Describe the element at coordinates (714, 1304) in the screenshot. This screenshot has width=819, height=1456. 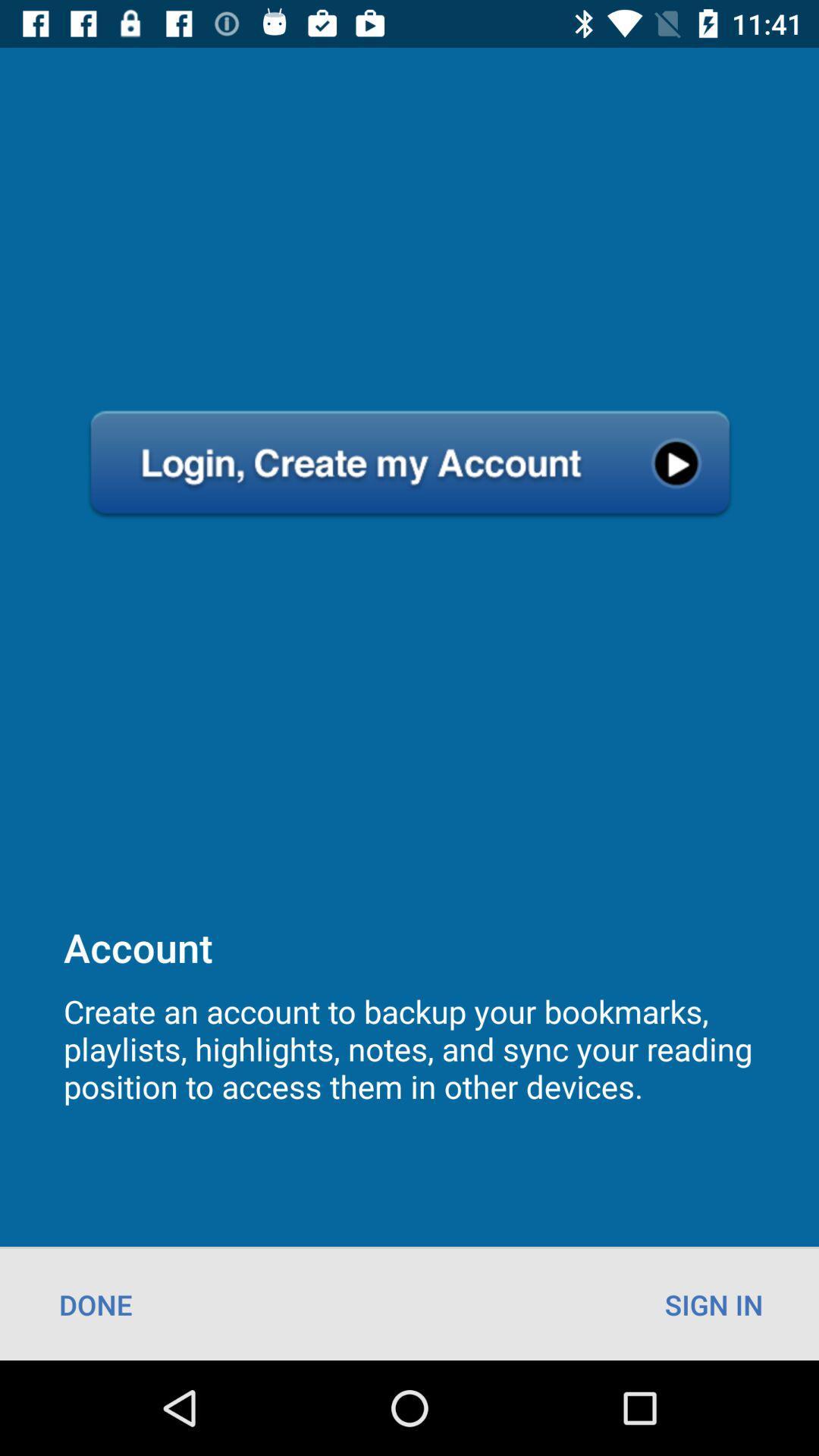
I see `sign in` at that location.